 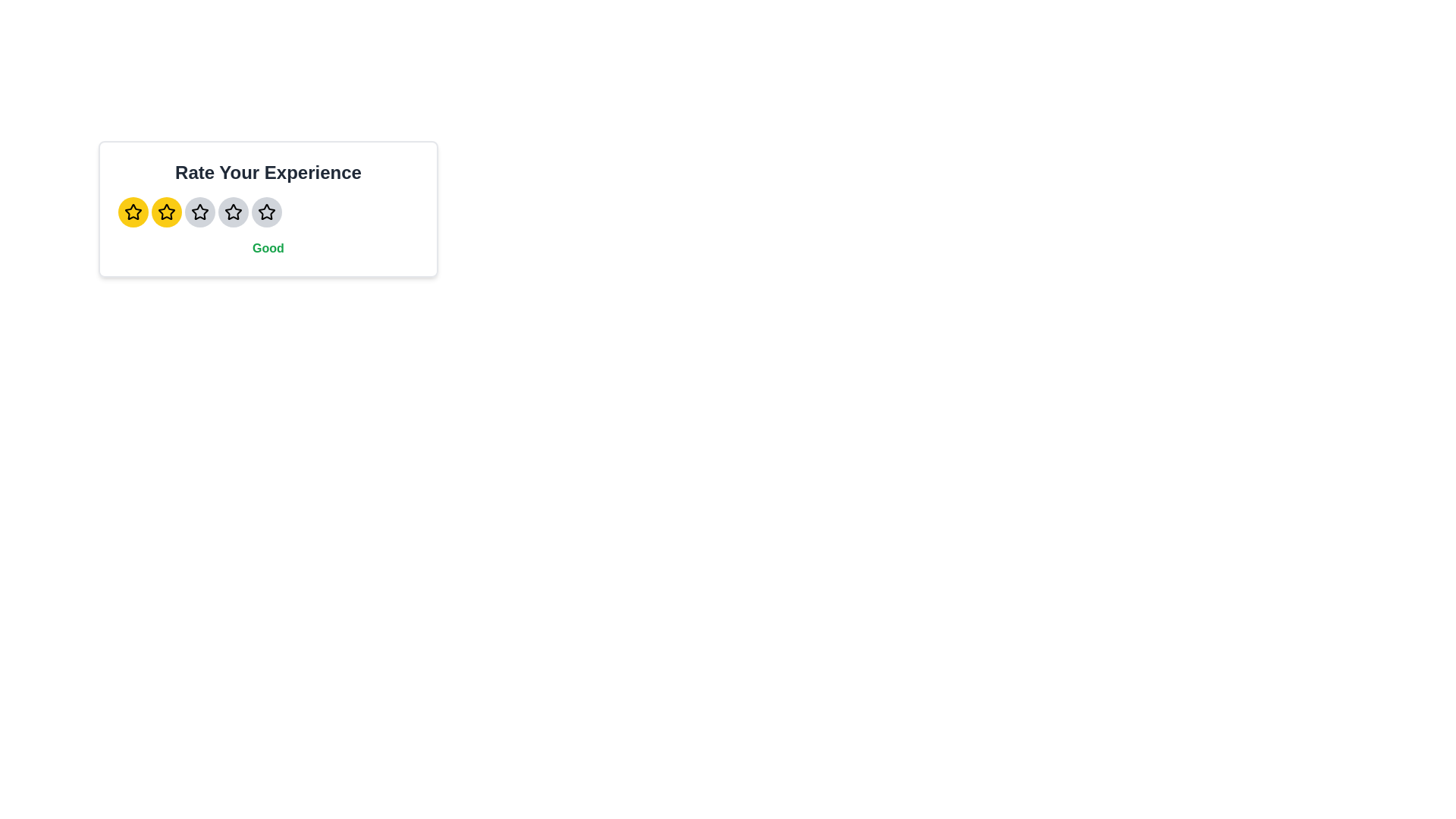 What do you see at coordinates (199, 212) in the screenshot?
I see `the third circular button with a gray background and a black star outline` at bounding box center [199, 212].